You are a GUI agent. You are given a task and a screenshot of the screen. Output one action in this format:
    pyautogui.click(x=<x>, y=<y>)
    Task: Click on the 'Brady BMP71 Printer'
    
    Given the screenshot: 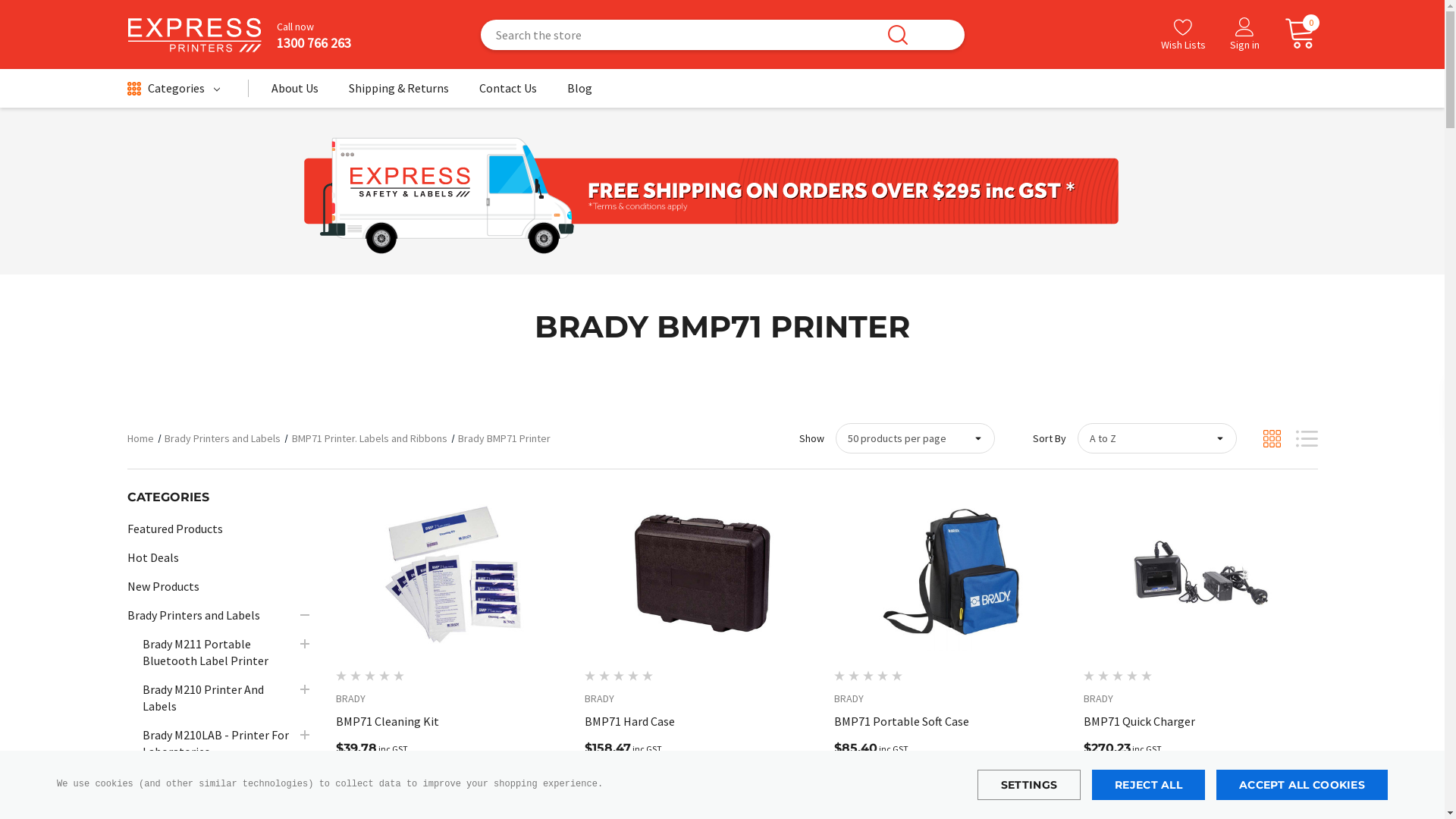 What is the action you would take?
    pyautogui.click(x=504, y=438)
    